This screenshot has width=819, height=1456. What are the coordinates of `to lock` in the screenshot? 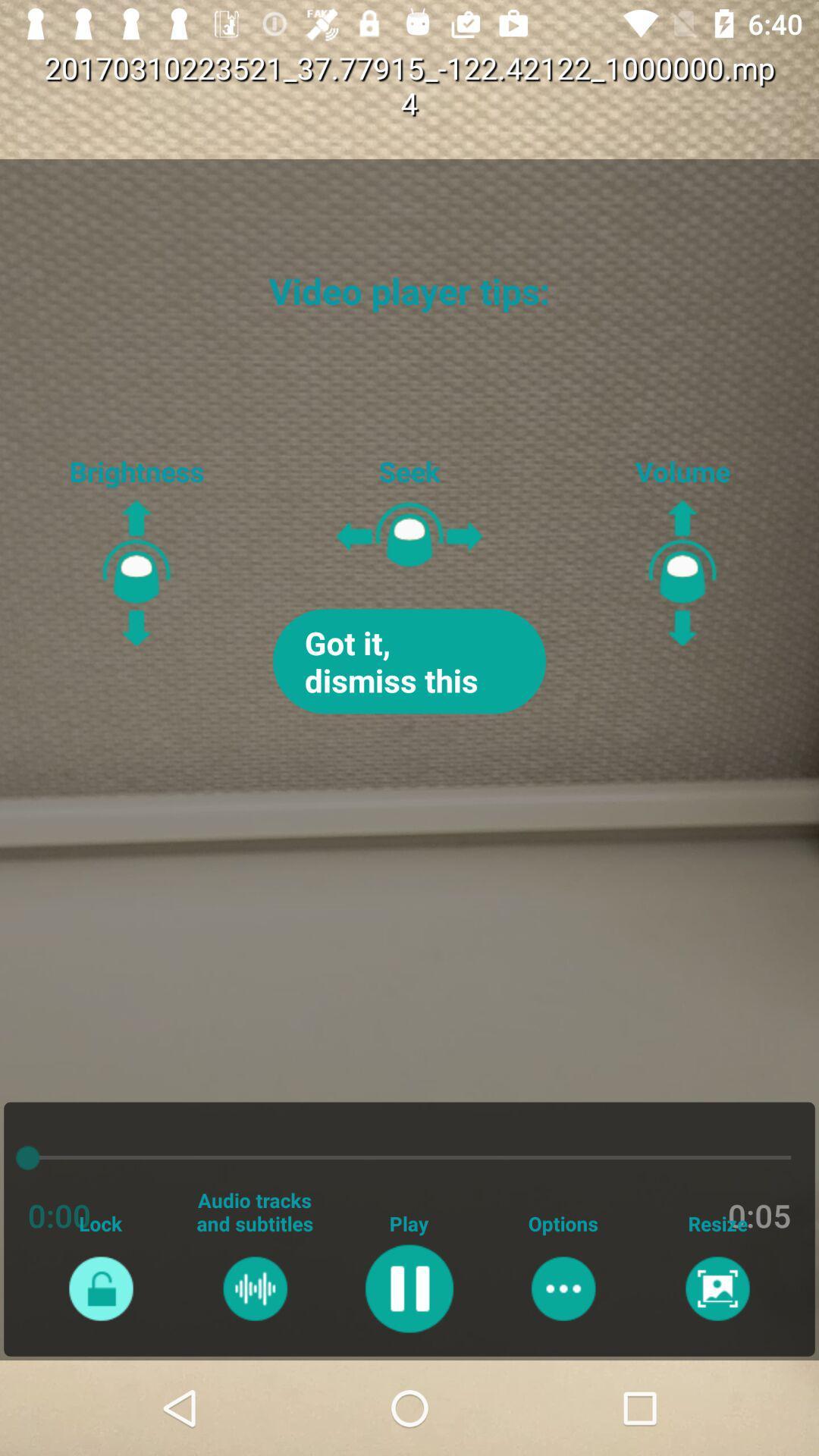 It's located at (101, 1288).